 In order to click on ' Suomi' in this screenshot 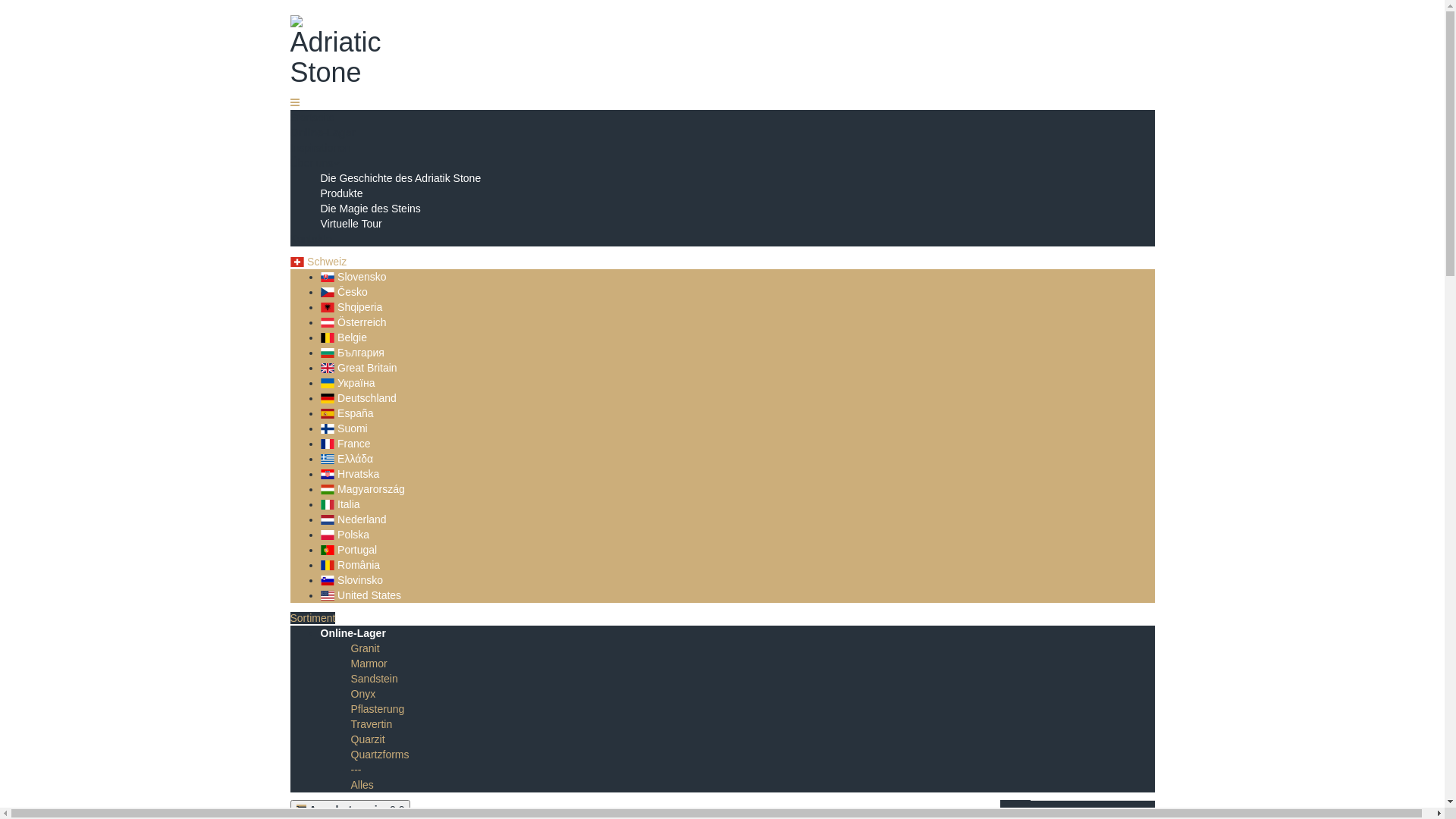, I will do `click(342, 428)`.